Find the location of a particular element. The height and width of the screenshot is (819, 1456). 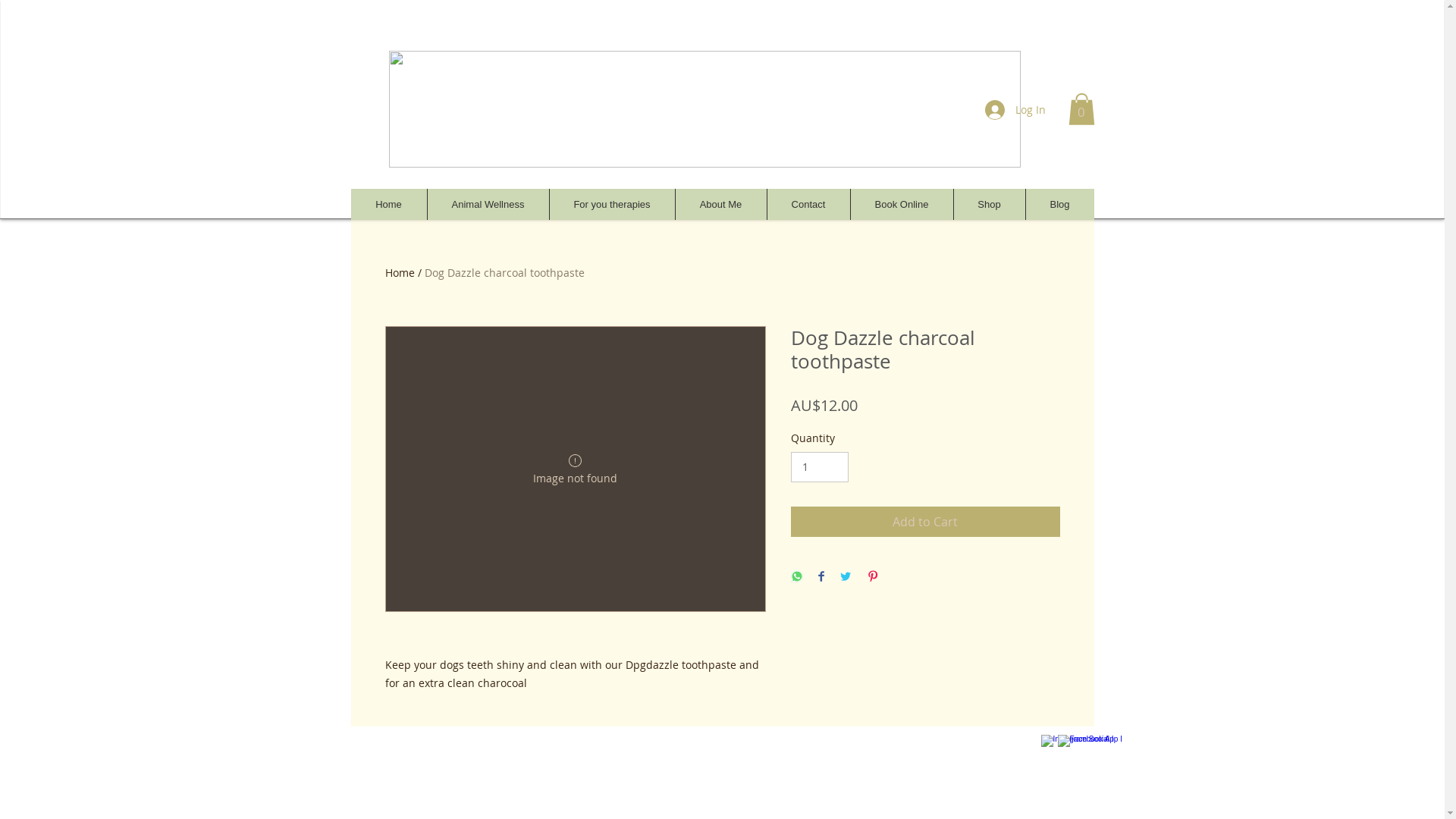

'0' is located at coordinates (1080, 108).